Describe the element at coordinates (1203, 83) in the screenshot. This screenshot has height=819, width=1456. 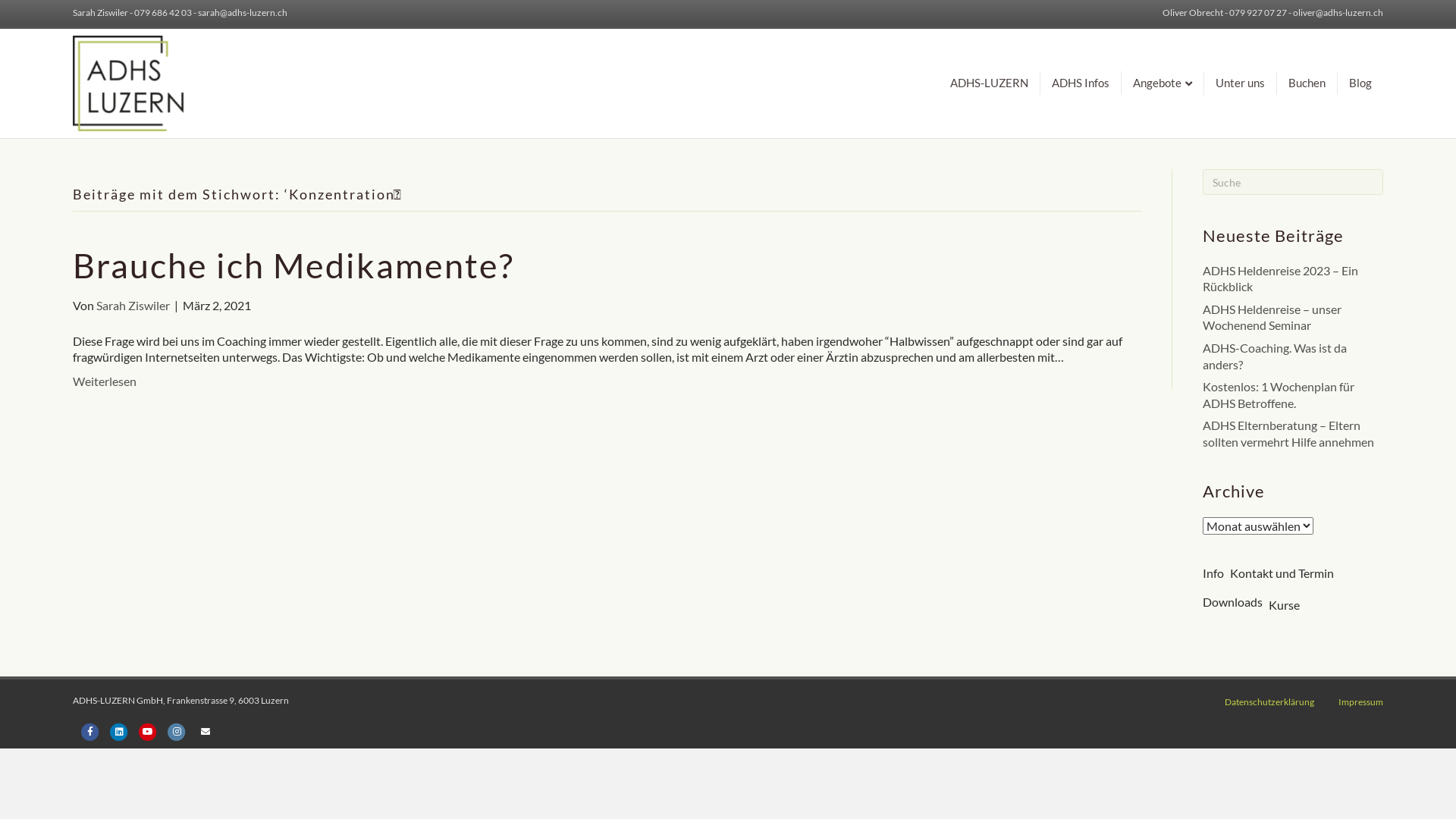
I see `'Unter uns'` at that location.